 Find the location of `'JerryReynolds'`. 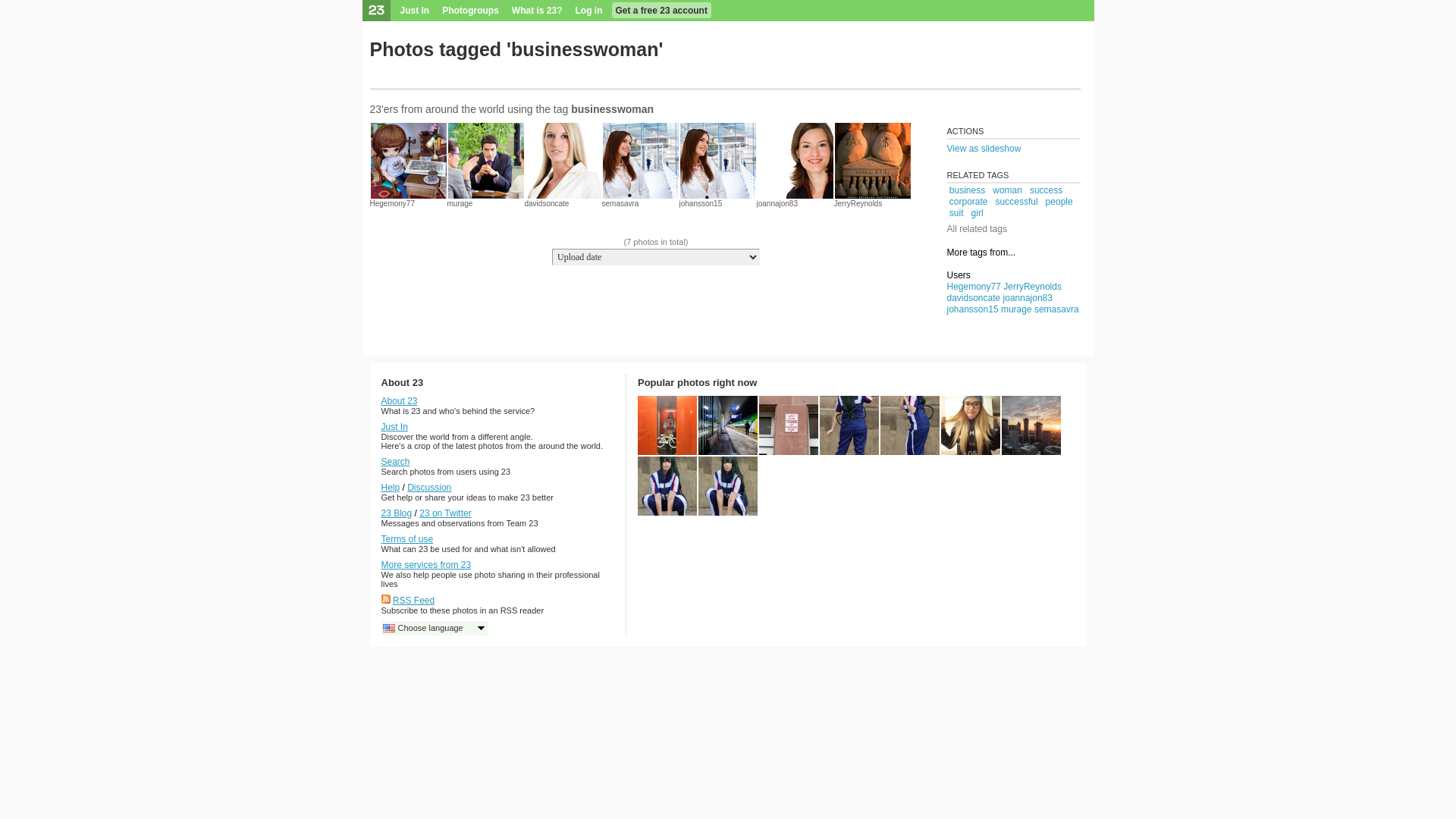

'JerryReynolds' is located at coordinates (858, 202).